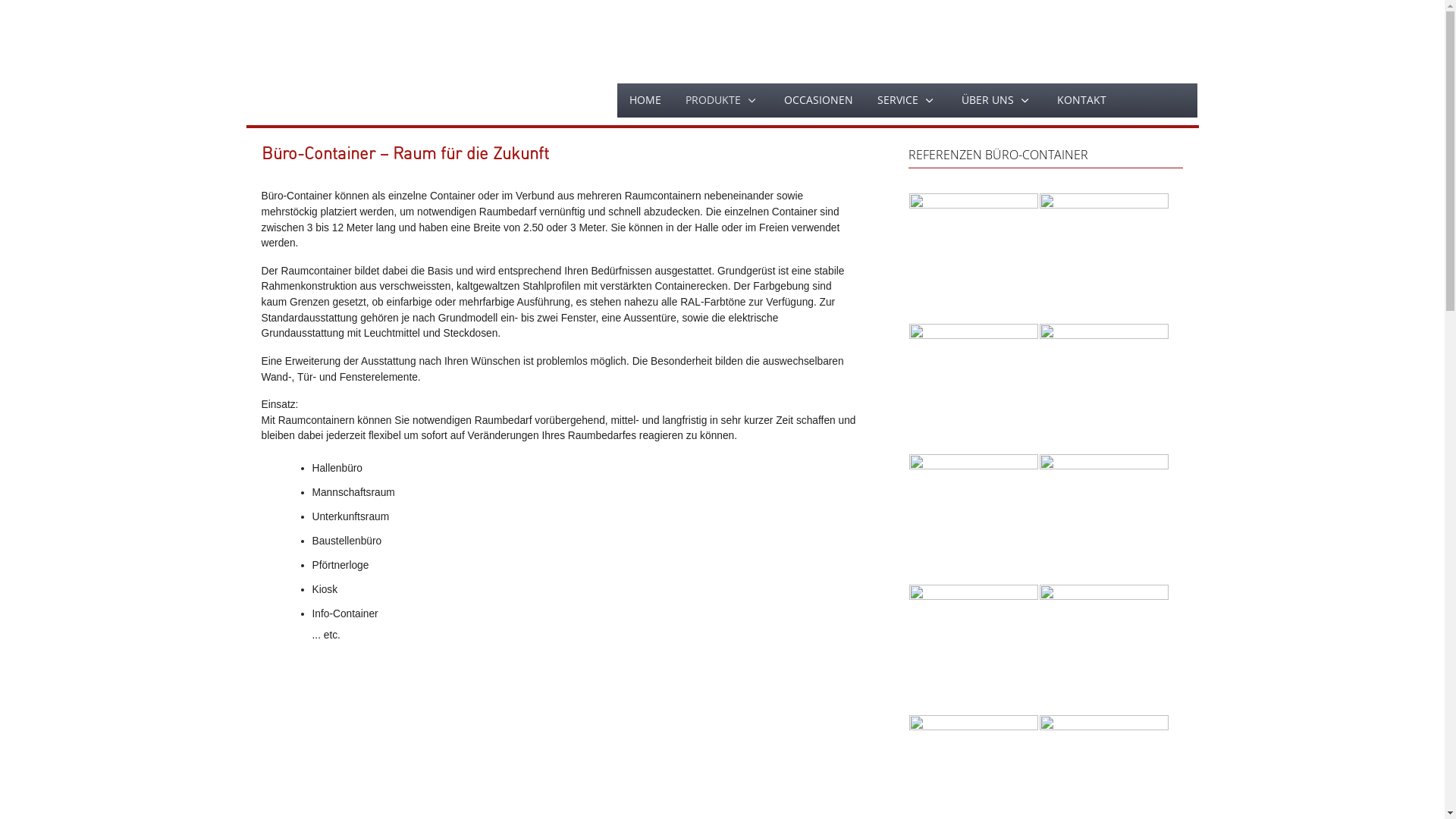 Image resolution: width=1456 pixels, height=819 pixels. What do you see at coordinates (817, 99) in the screenshot?
I see `'OCCASIONEN'` at bounding box center [817, 99].